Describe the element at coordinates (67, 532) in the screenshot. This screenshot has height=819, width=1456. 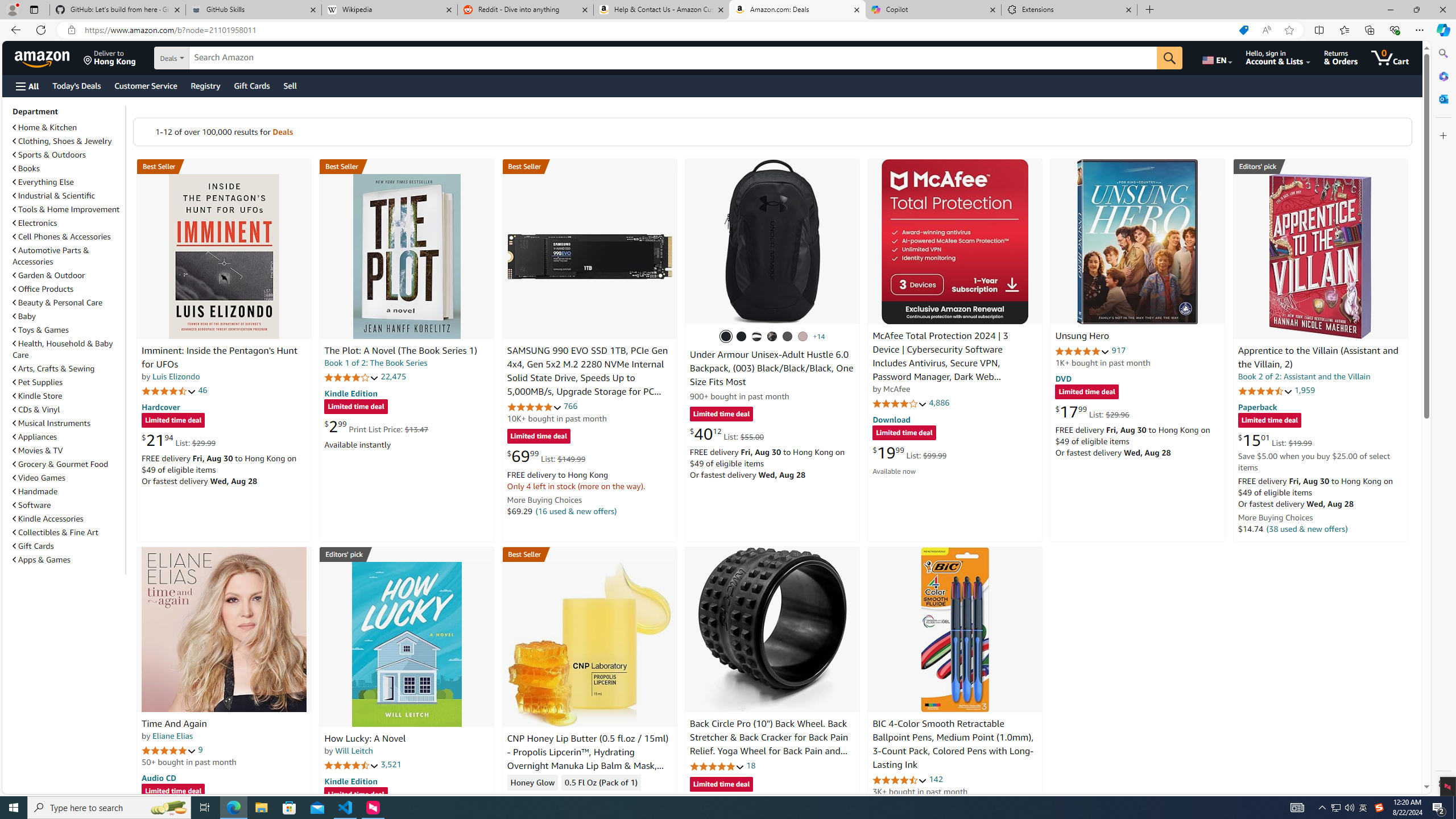
I see `'Collectibles & Fine Art'` at that location.